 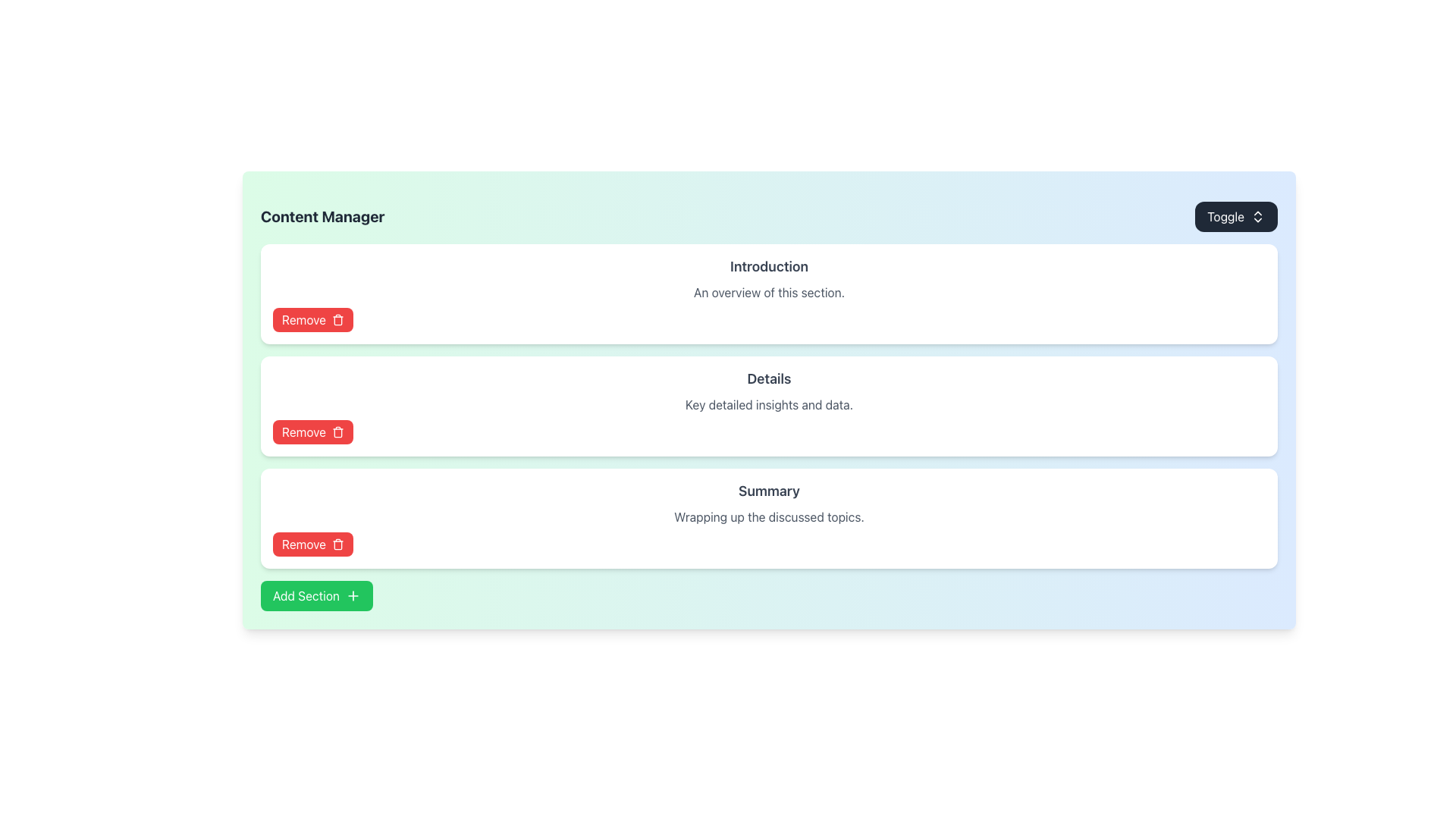 I want to click on the text element displaying 'Wrapping up the discussed topics.', so click(x=769, y=516).